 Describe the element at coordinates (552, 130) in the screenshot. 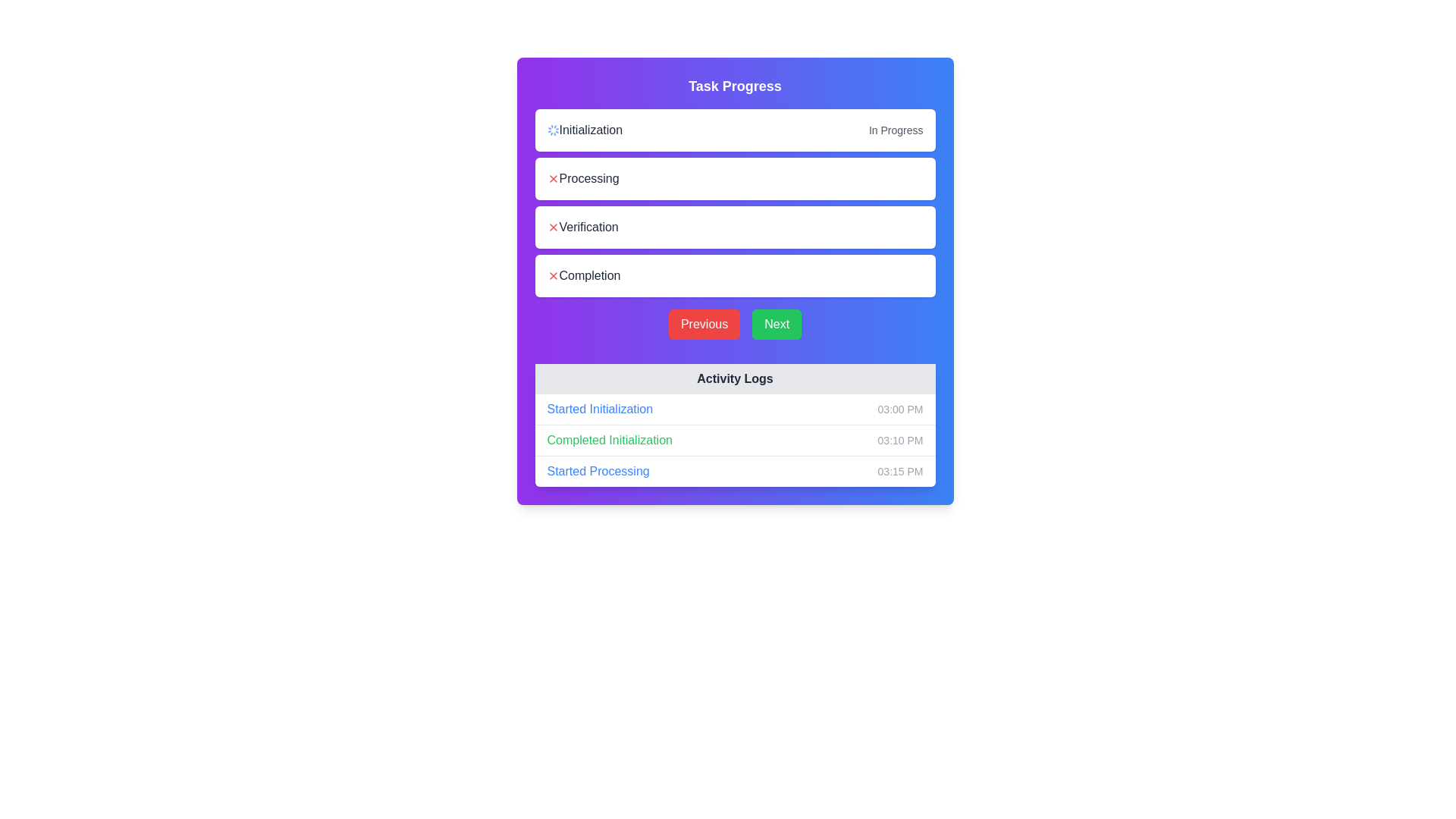

I see `Loading Indicator that visually represents the loading status for the 'Initialization' step, located under the 'Task Progress' label` at that location.